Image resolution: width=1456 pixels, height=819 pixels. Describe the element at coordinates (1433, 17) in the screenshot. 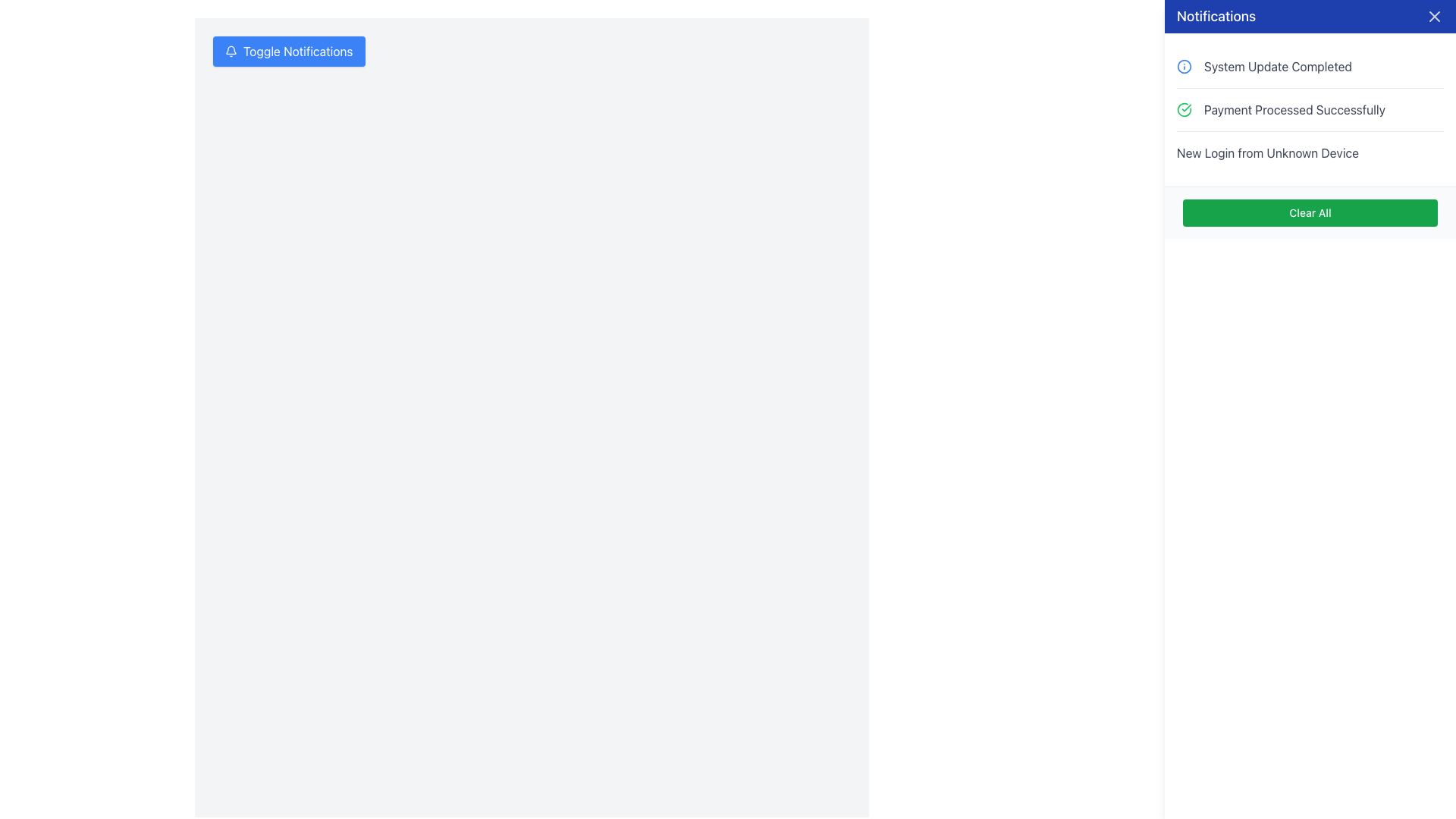

I see `the close (X) button located at the top-right corner of the notifications panel header` at that location.